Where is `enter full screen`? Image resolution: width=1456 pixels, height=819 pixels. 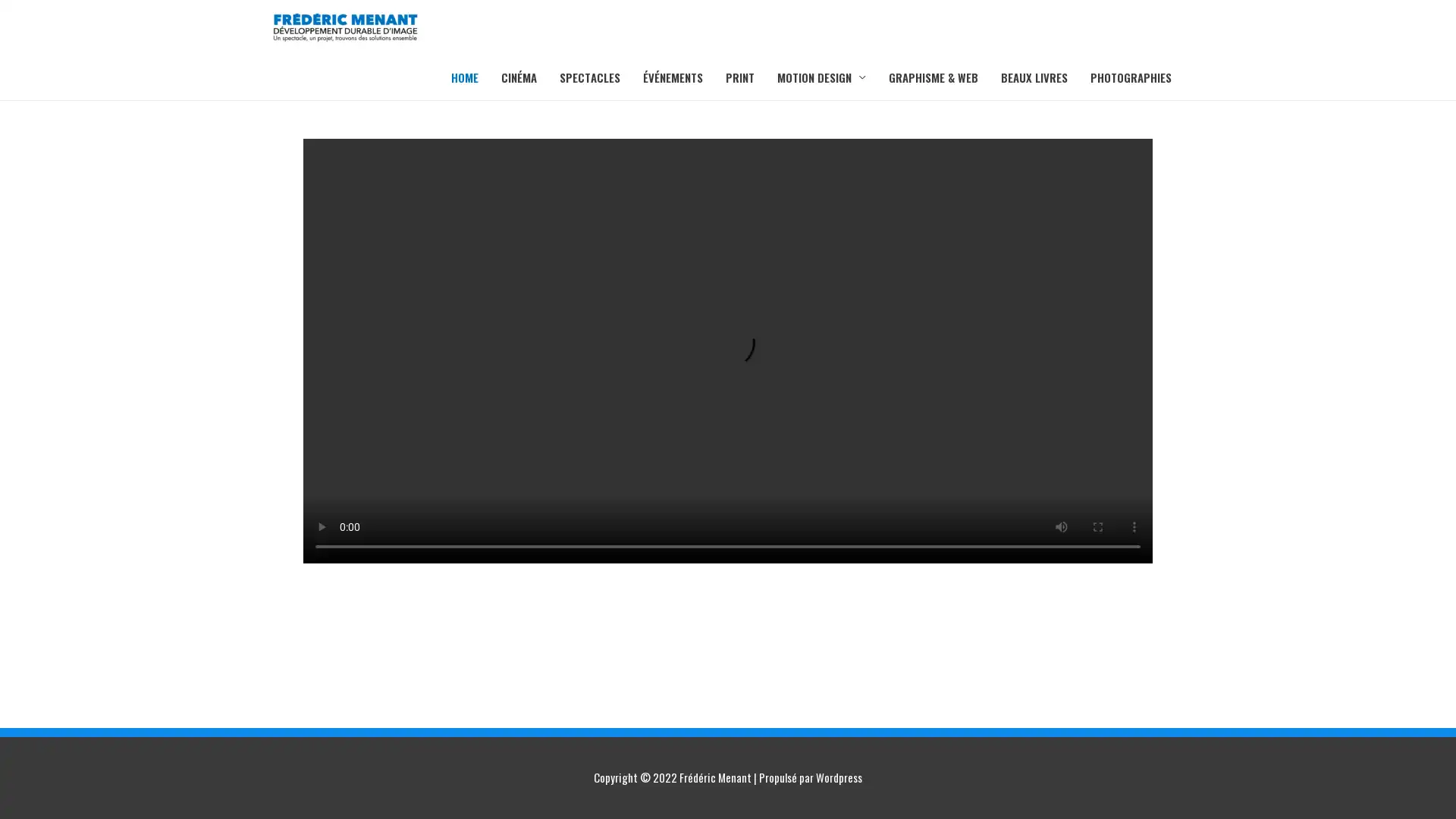 enter full screen is located at coordinates (1098, 526).